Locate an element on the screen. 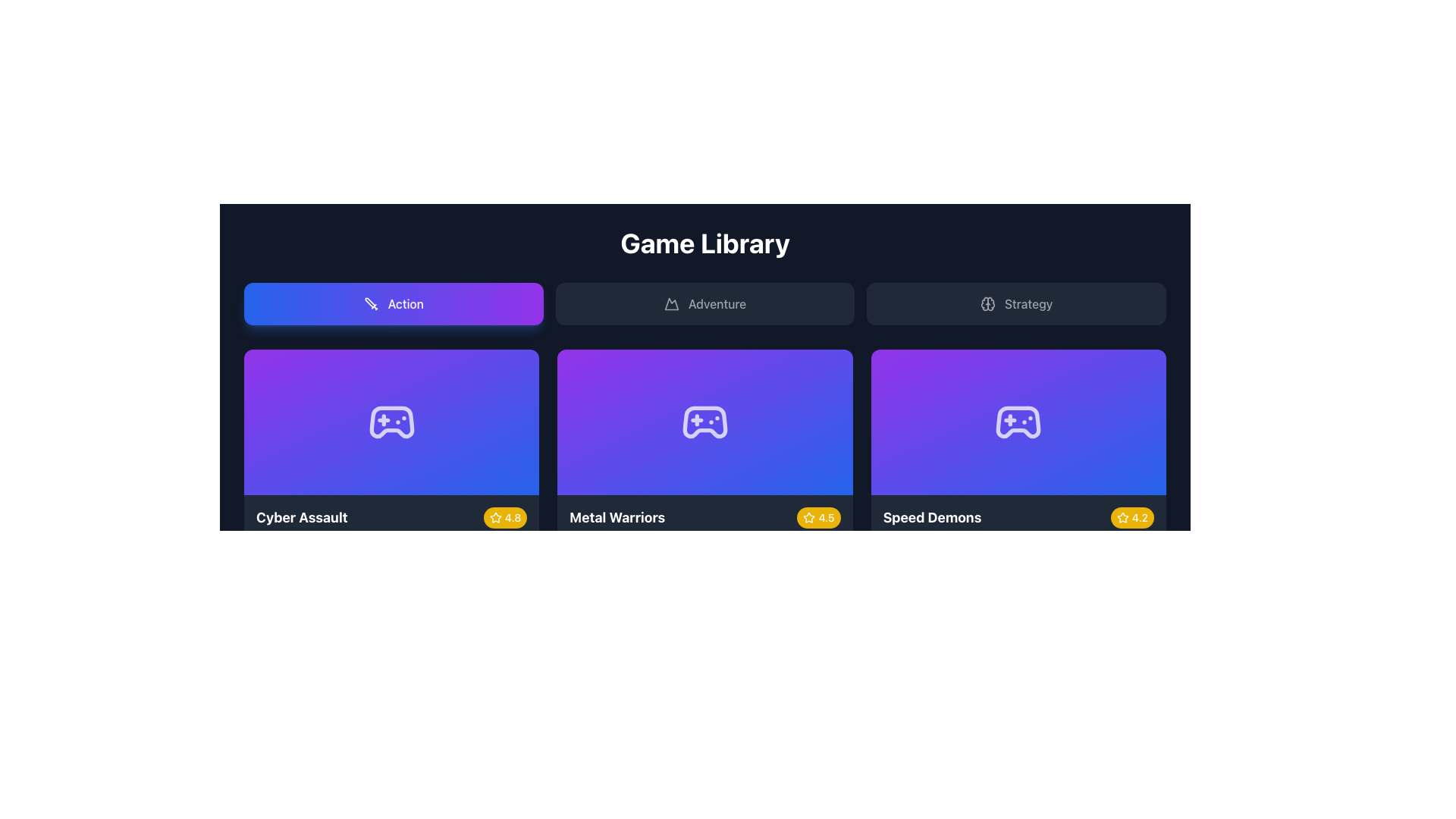  the triangular SVG graphic element inside the sword icon located in the 'Action' navigation tab is located at coordinates (370, 303).